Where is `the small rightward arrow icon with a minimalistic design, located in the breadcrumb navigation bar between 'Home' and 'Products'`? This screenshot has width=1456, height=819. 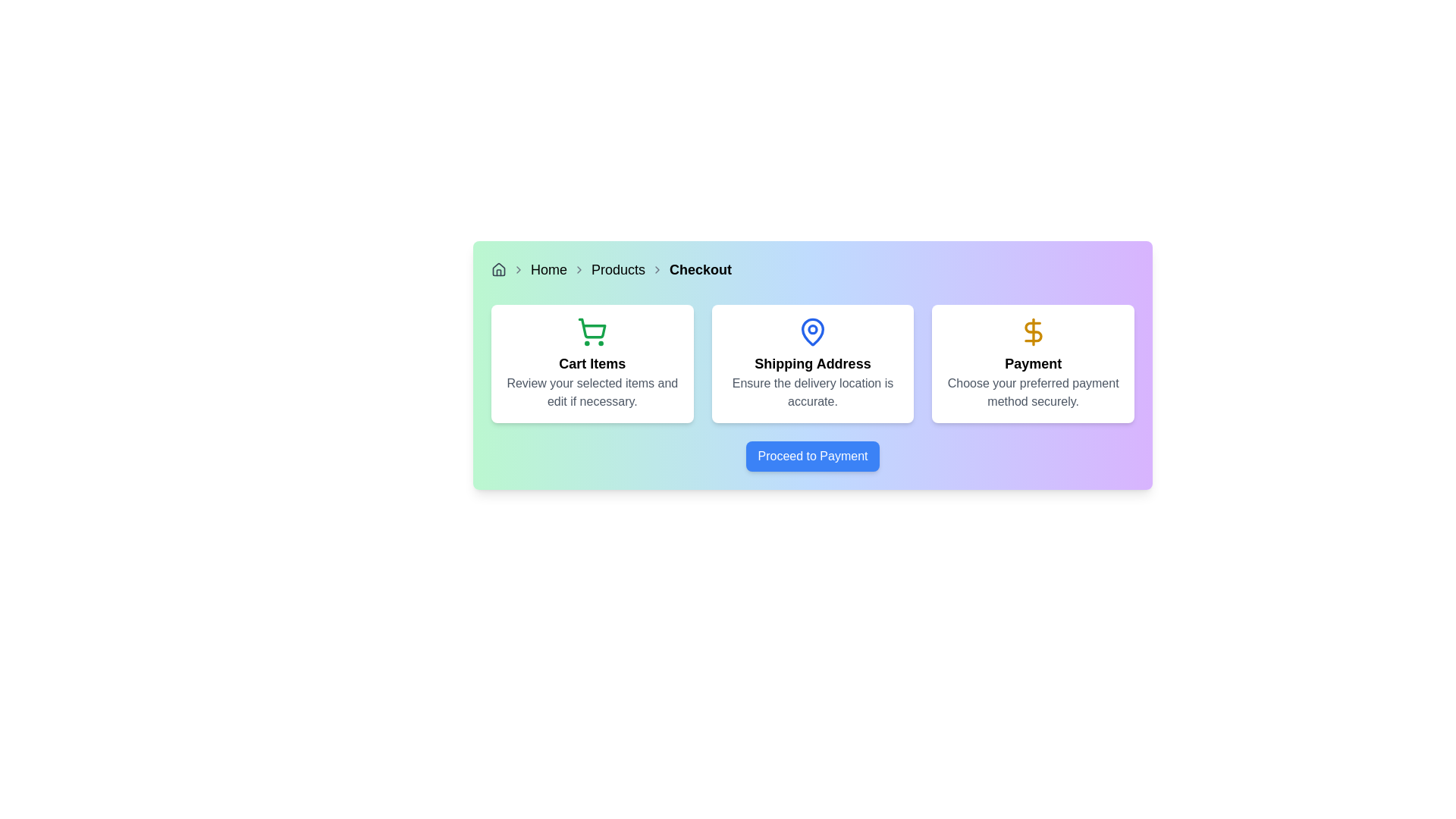 the small rightward arrow icon with a minimalistic design, located in the breadcrumb navigation bar between 'Home' and 'Products' is located at coordinates (578, 268).